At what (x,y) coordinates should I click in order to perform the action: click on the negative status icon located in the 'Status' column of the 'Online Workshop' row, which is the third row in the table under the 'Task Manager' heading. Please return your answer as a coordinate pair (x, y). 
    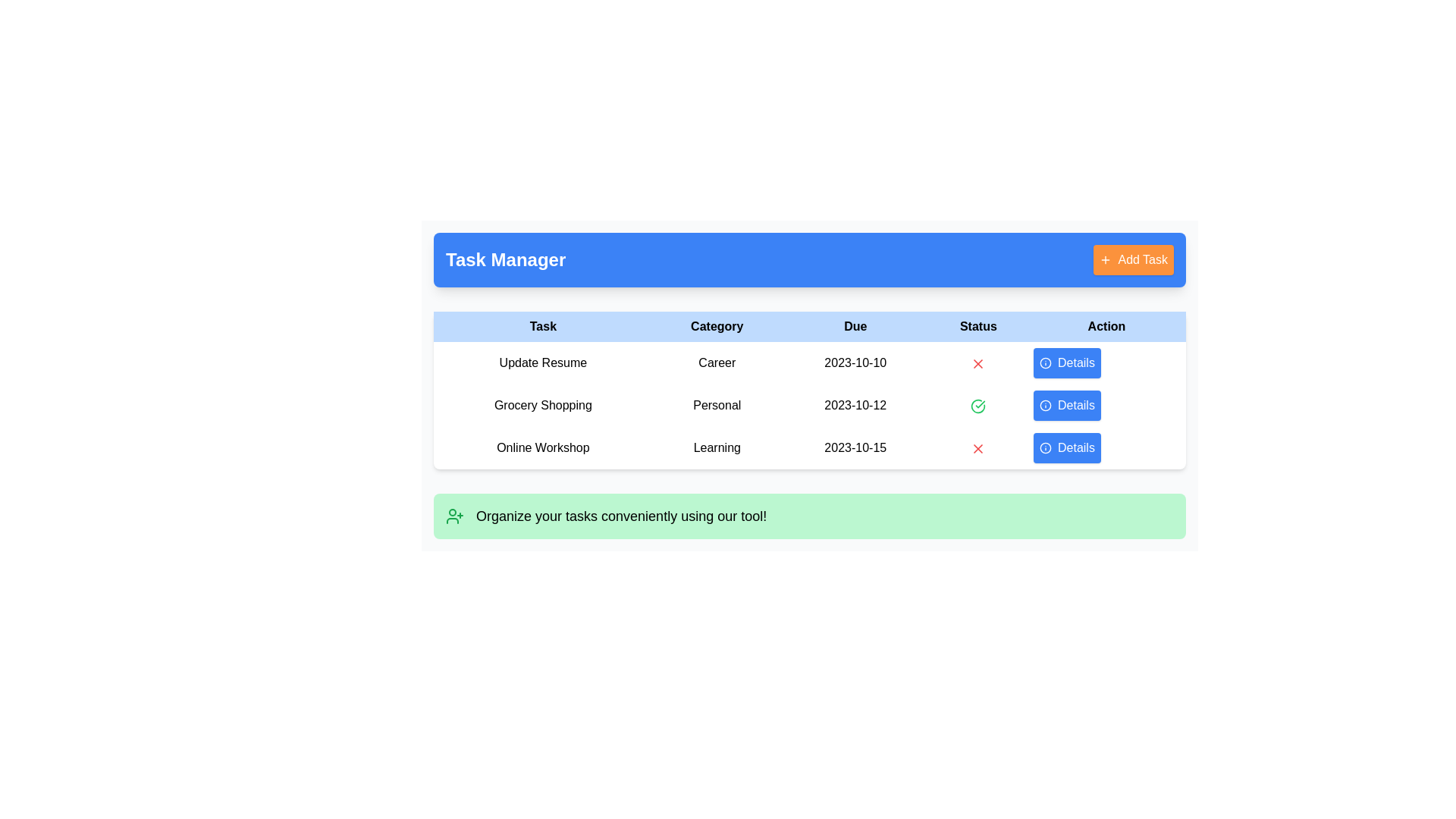
    Looking at the image, I should click on (978, 447).